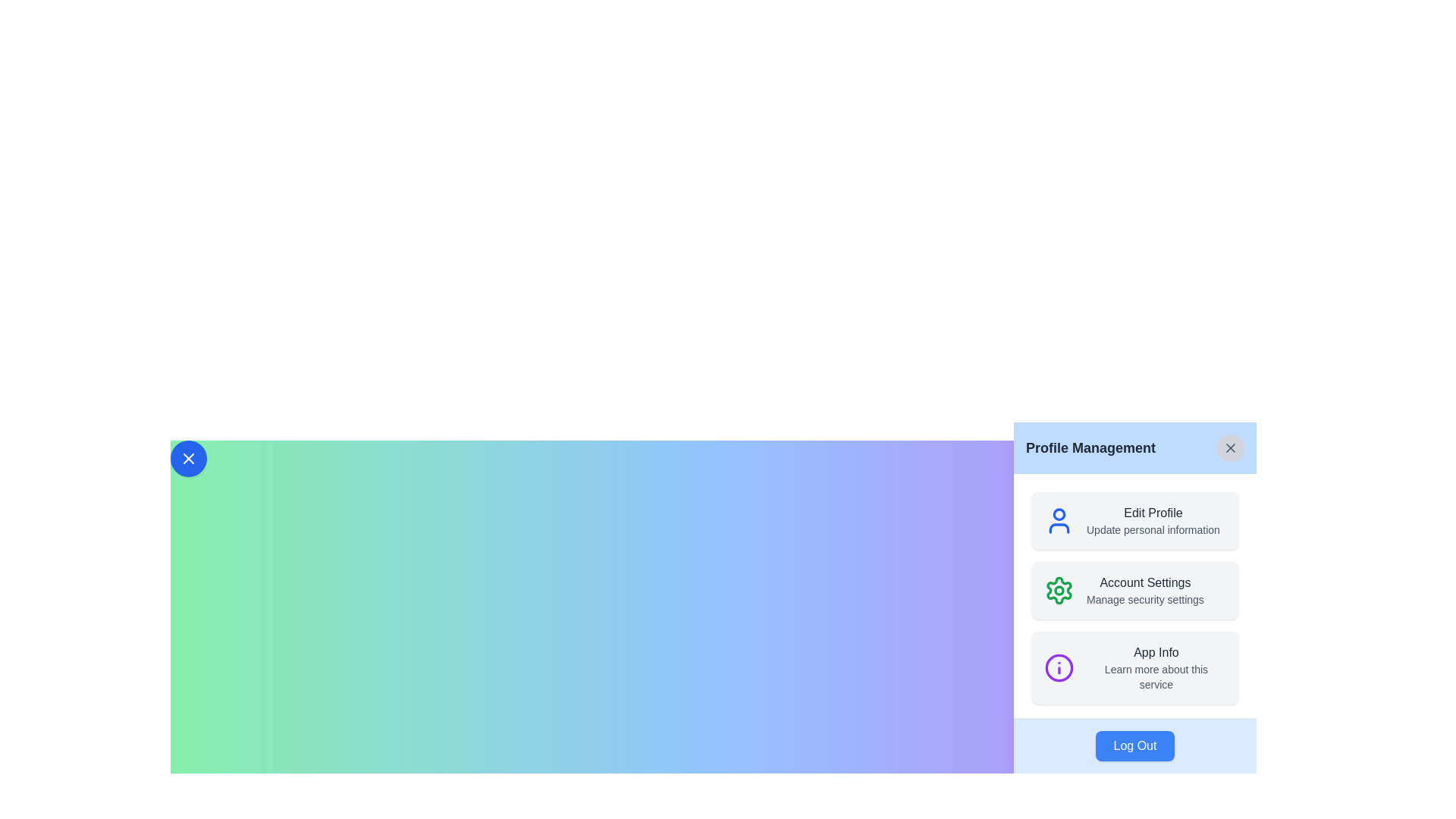 This screenshot has width=1456, height=819. I want to click on the logout button located at the bottom of the 'Profile Management' panel to initiate the logout process, so click(1135, 745).